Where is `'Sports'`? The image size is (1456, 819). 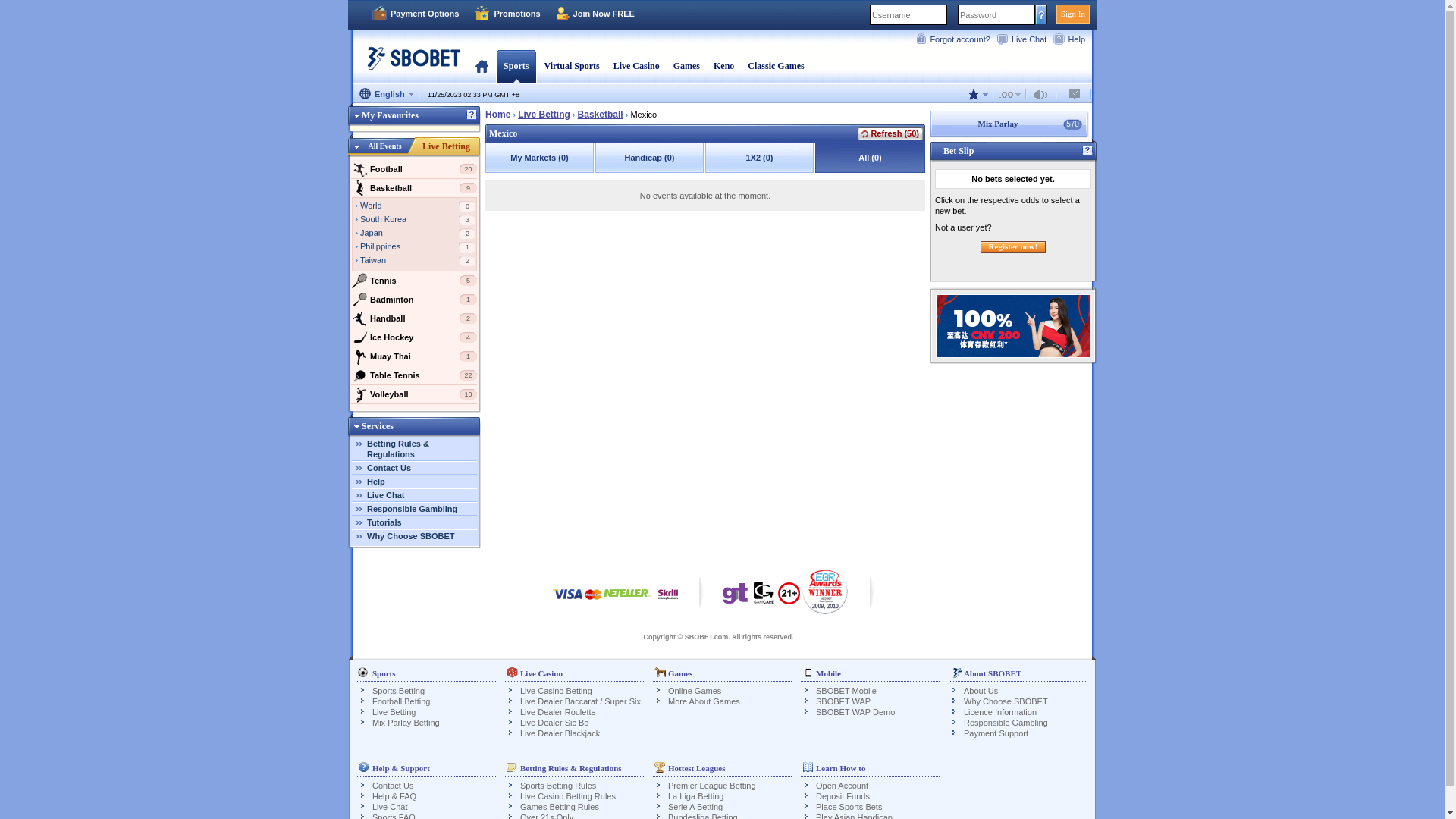
'Sports' is located at coordinates (503, 65).